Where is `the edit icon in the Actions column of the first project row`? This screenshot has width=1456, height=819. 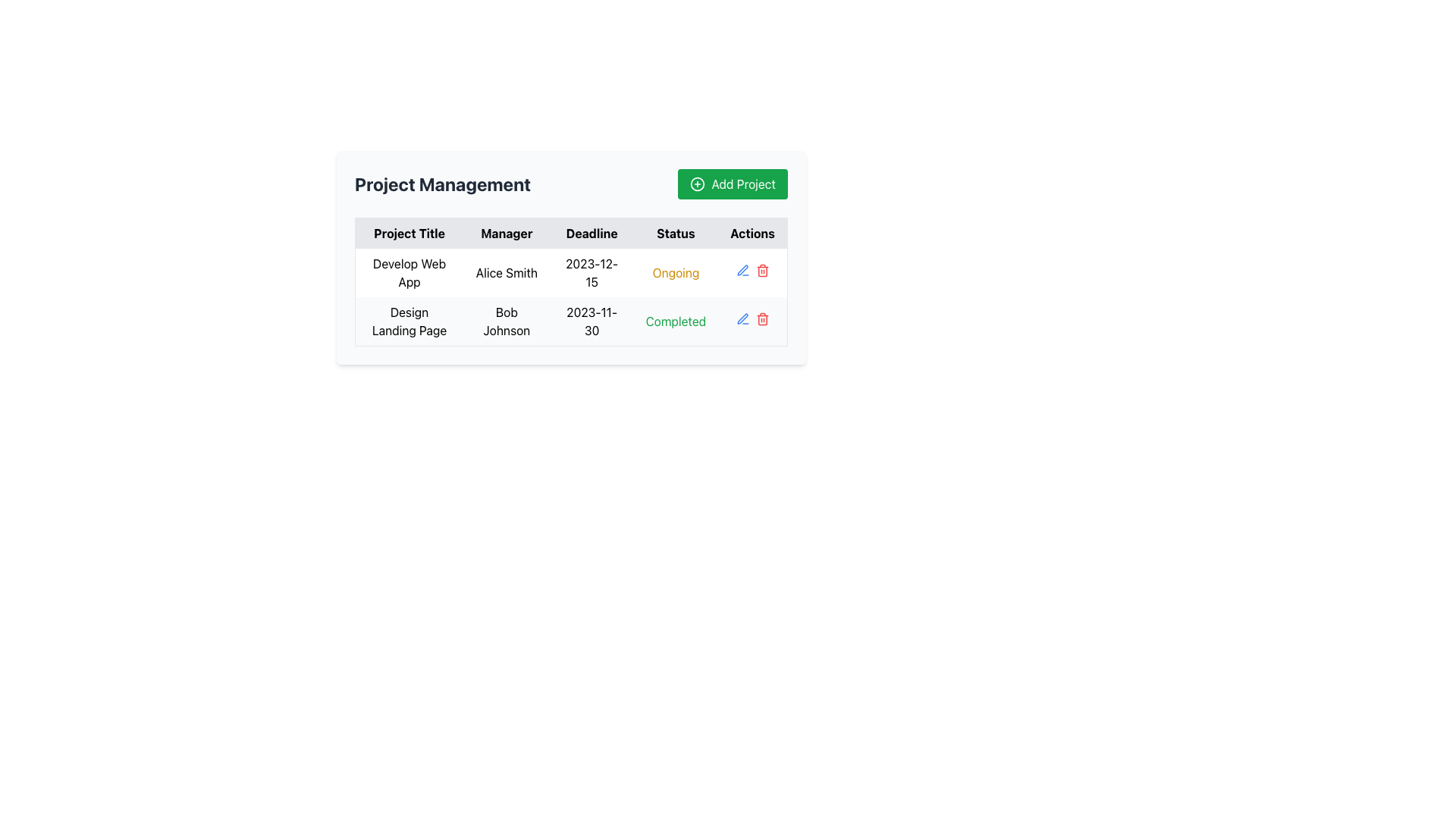 the edit icon in the Actions column of the first project row is located at coordinates (742, 318).